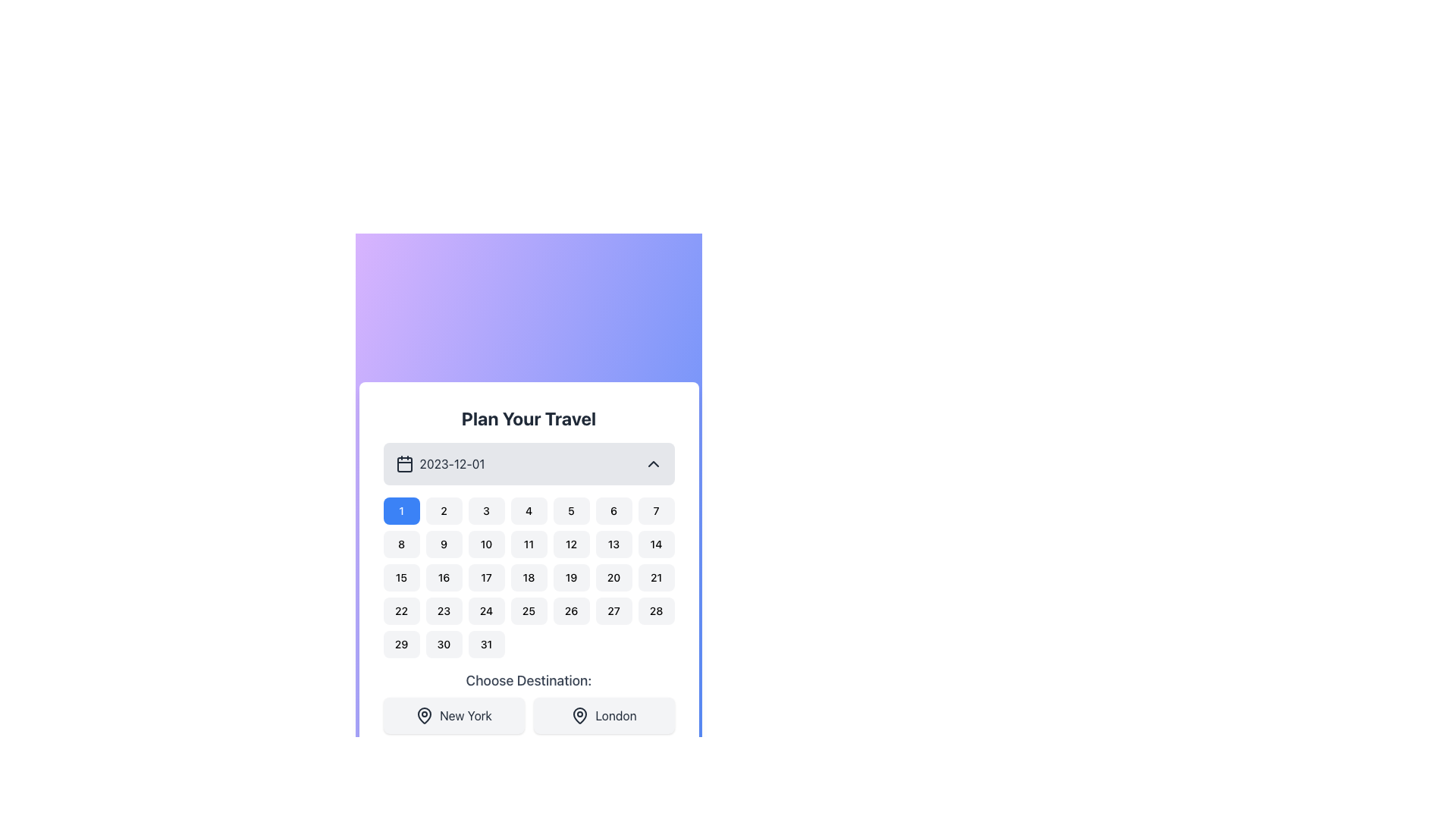 This screenshot has width=1456, height=819. I want to click on the button representing the 23rd day of the month in the calendar grid layout, so click(443, 610).